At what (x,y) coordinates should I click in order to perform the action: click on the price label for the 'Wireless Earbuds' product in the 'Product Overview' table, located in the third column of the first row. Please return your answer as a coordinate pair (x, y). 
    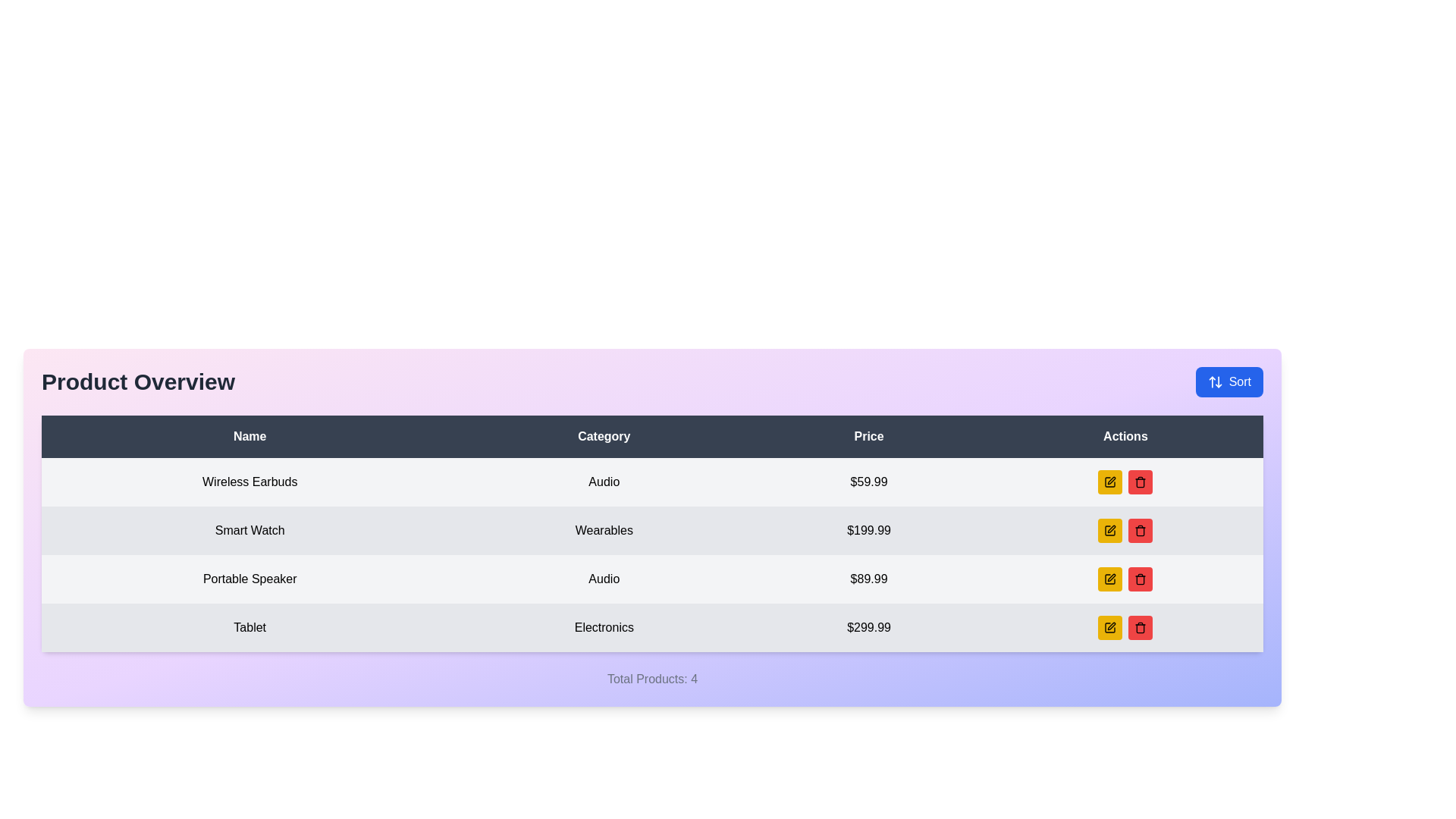
    Looking at the image, I should click on (869, 482).